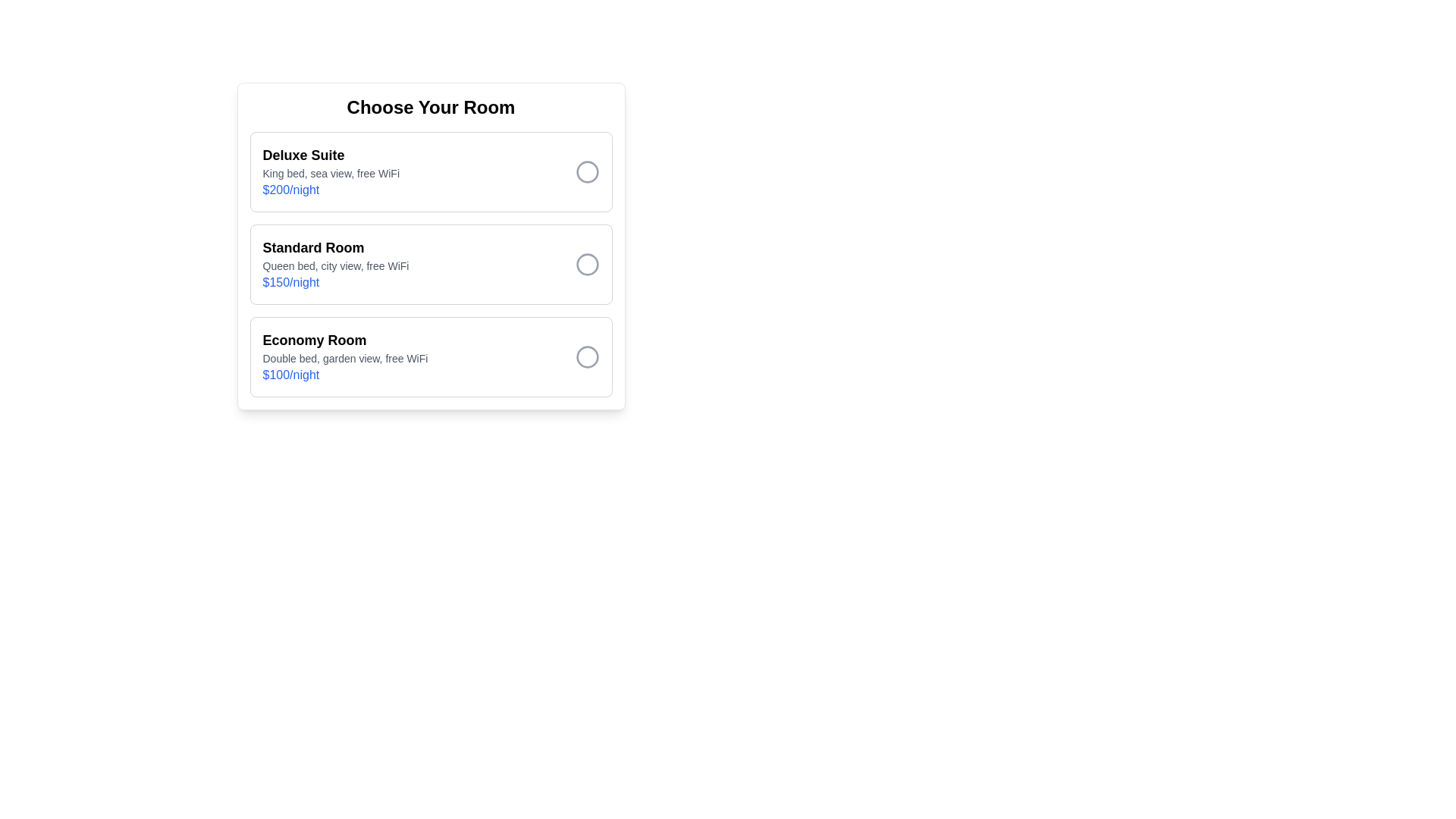 The image size is (1456, 819). Describe the element at coordinates (344, 359) in the screenshot. I see `the descriptive information text display for the 'Economy Room' option, which details bed type, view, and available amenities` at that location.